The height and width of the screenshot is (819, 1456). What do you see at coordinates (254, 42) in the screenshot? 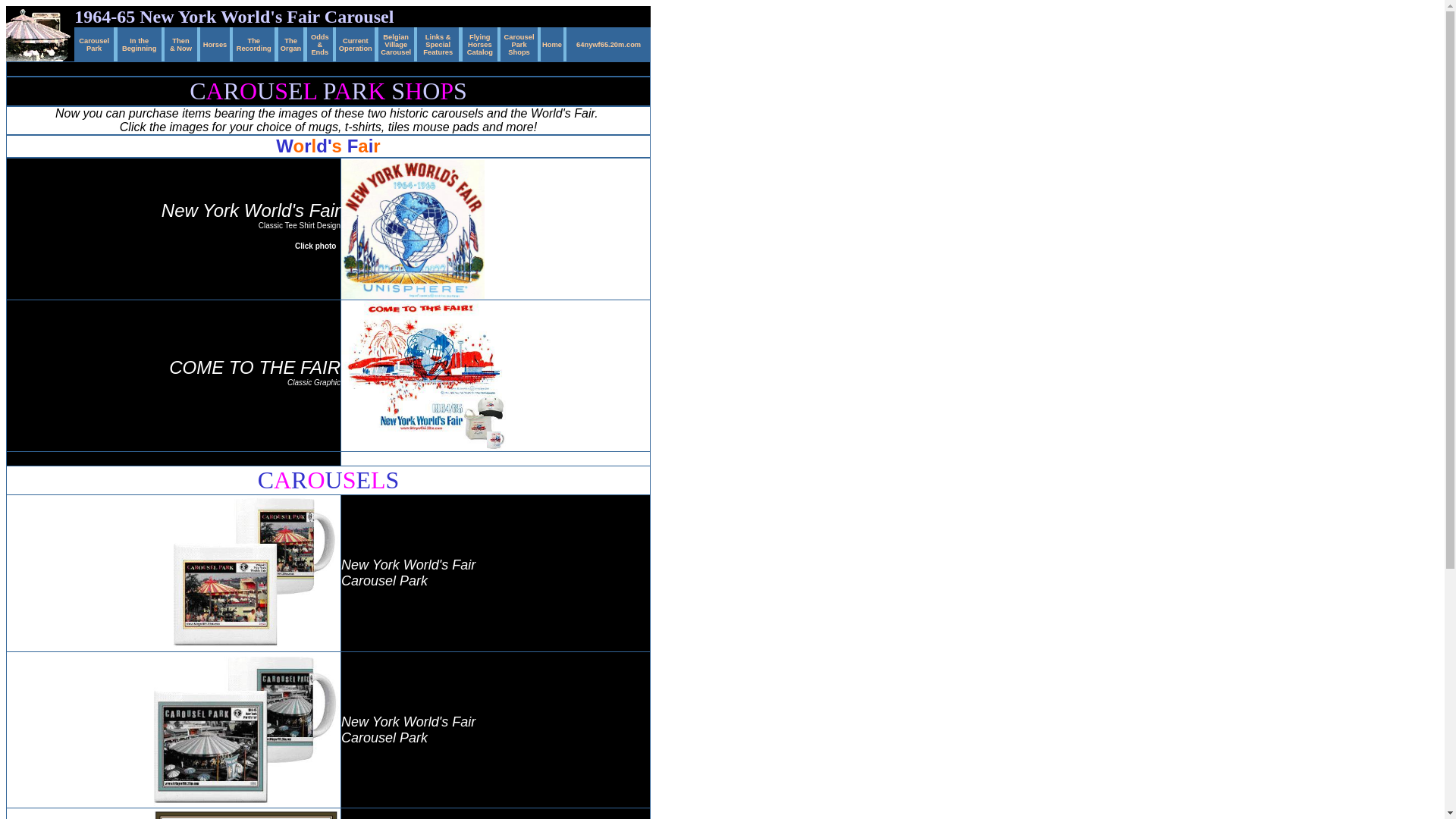
I see `'The` at bounding box center [254, 42].